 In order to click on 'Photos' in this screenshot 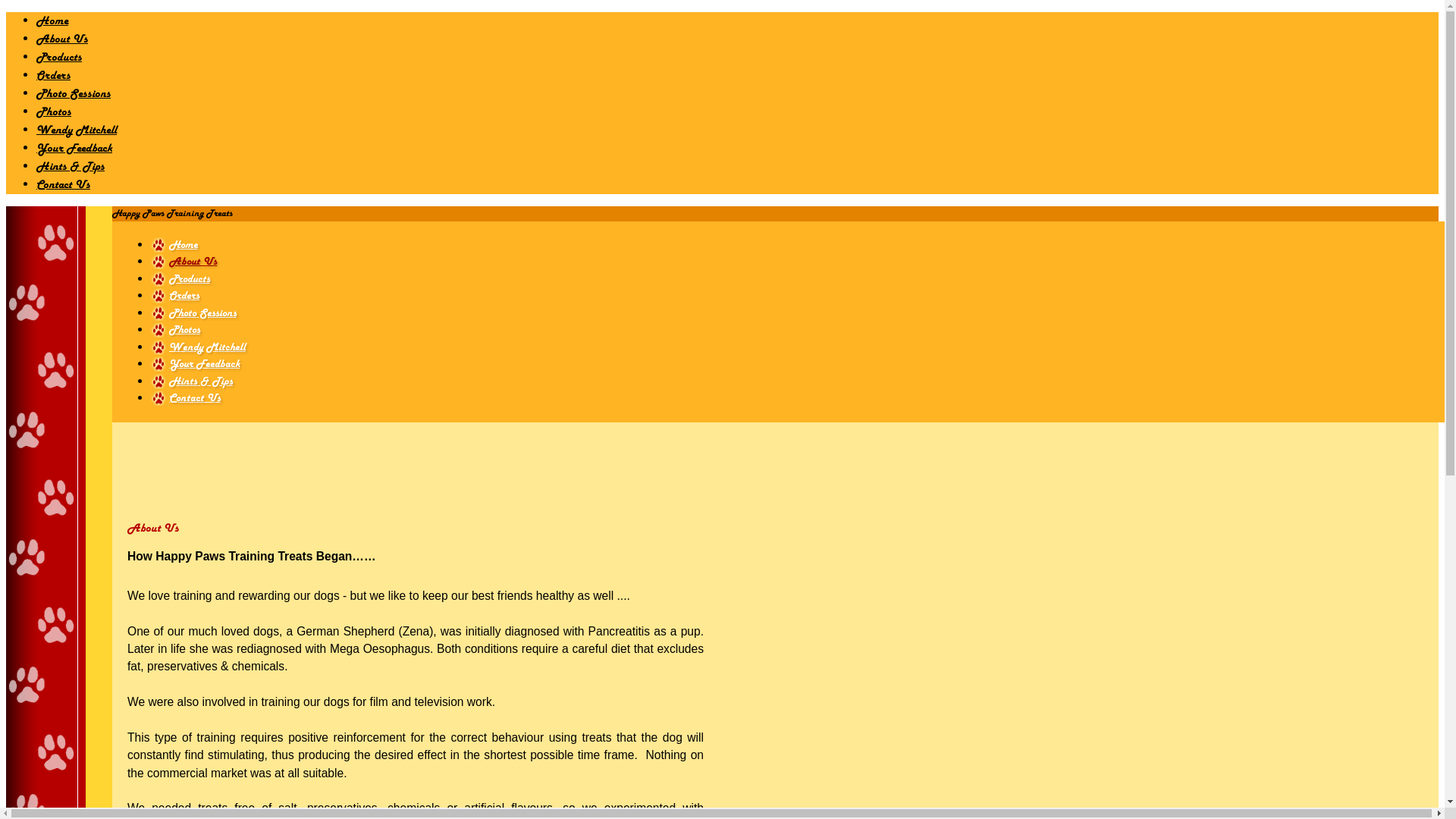, I will do `click(54, 111)`.